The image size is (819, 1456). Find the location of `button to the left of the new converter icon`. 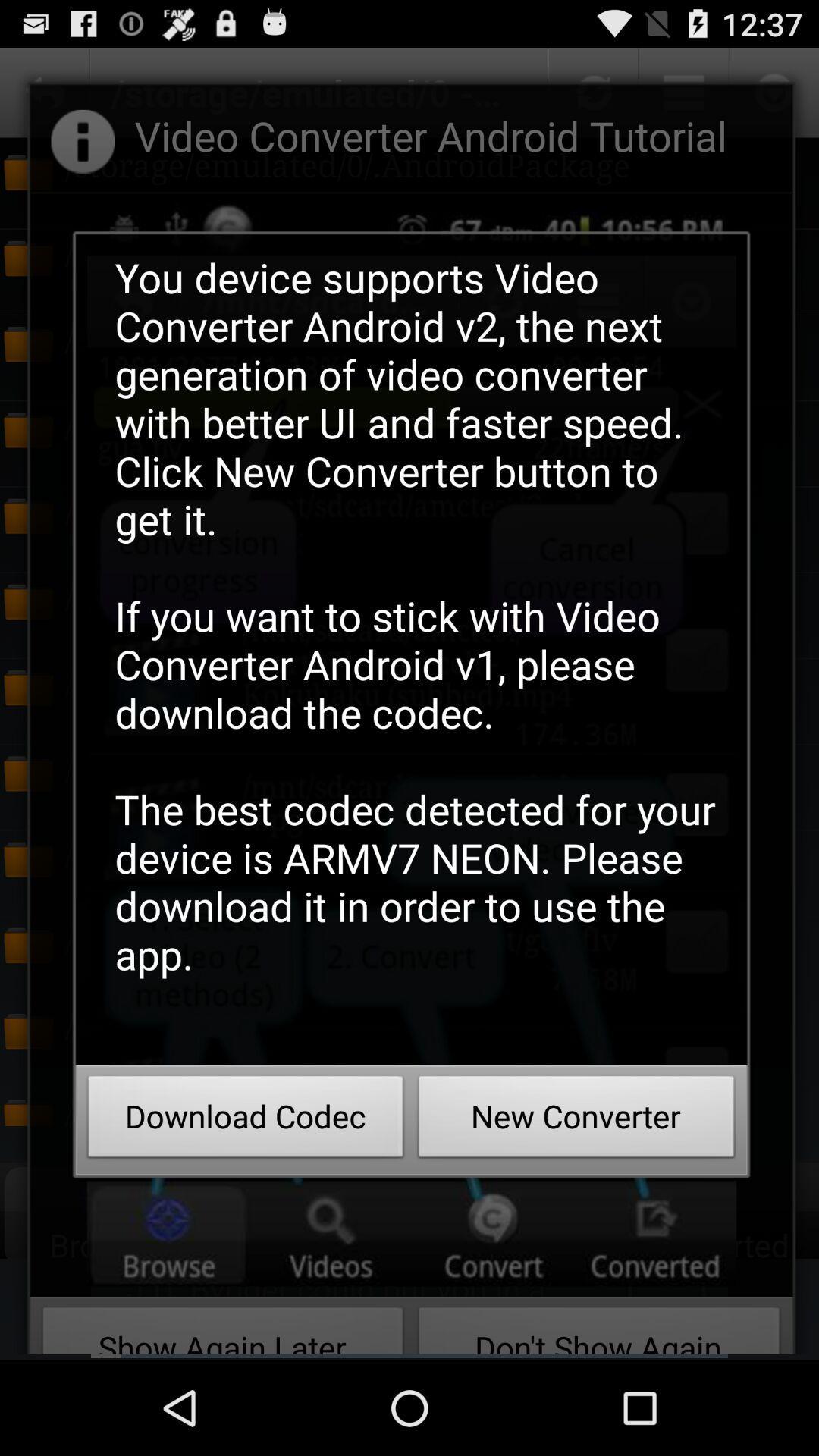

button to the left of the new converter icon is located at coordinates (245, 1121).